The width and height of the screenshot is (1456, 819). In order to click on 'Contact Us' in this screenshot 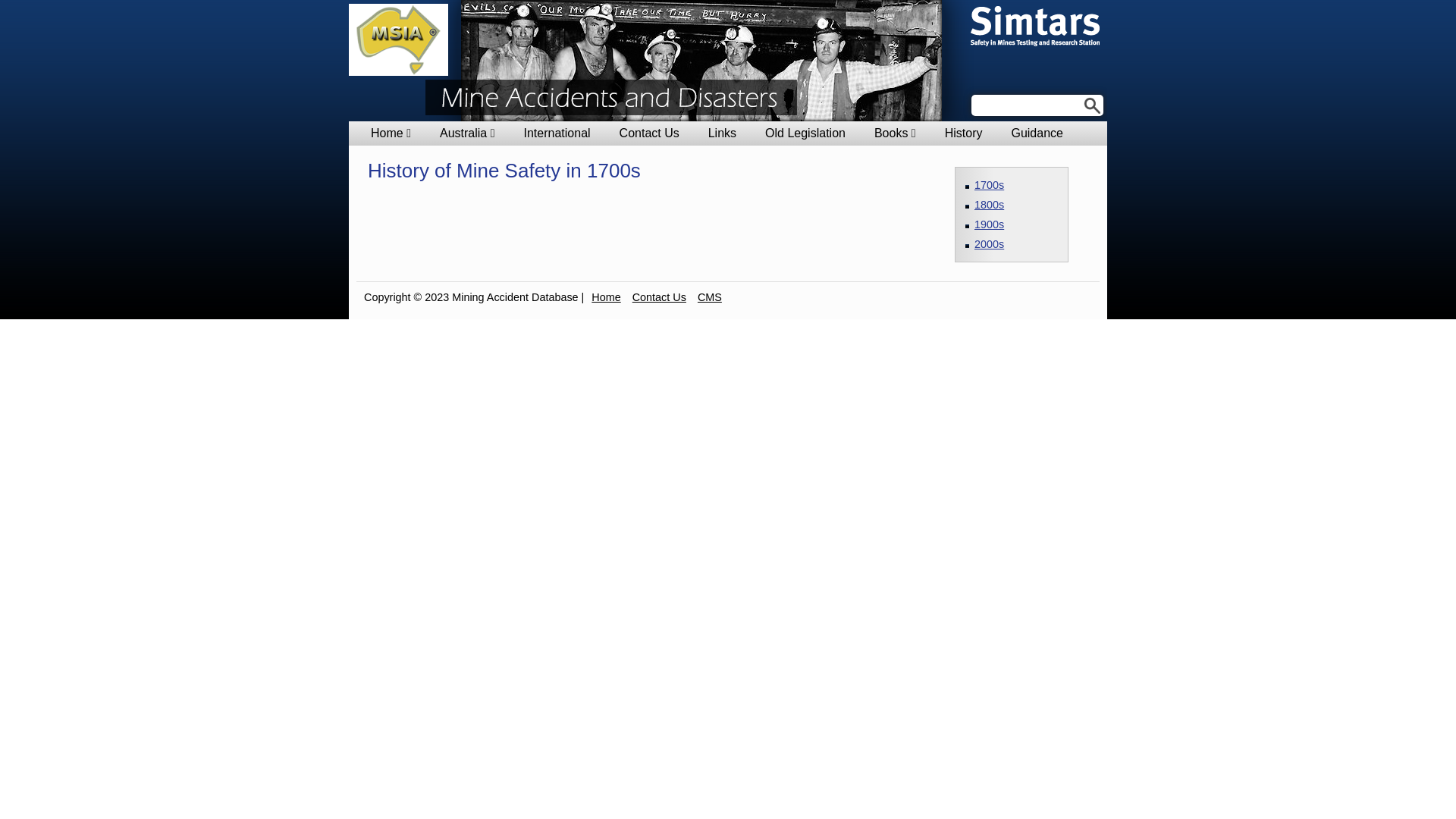, I will do `click(619, 133)`.